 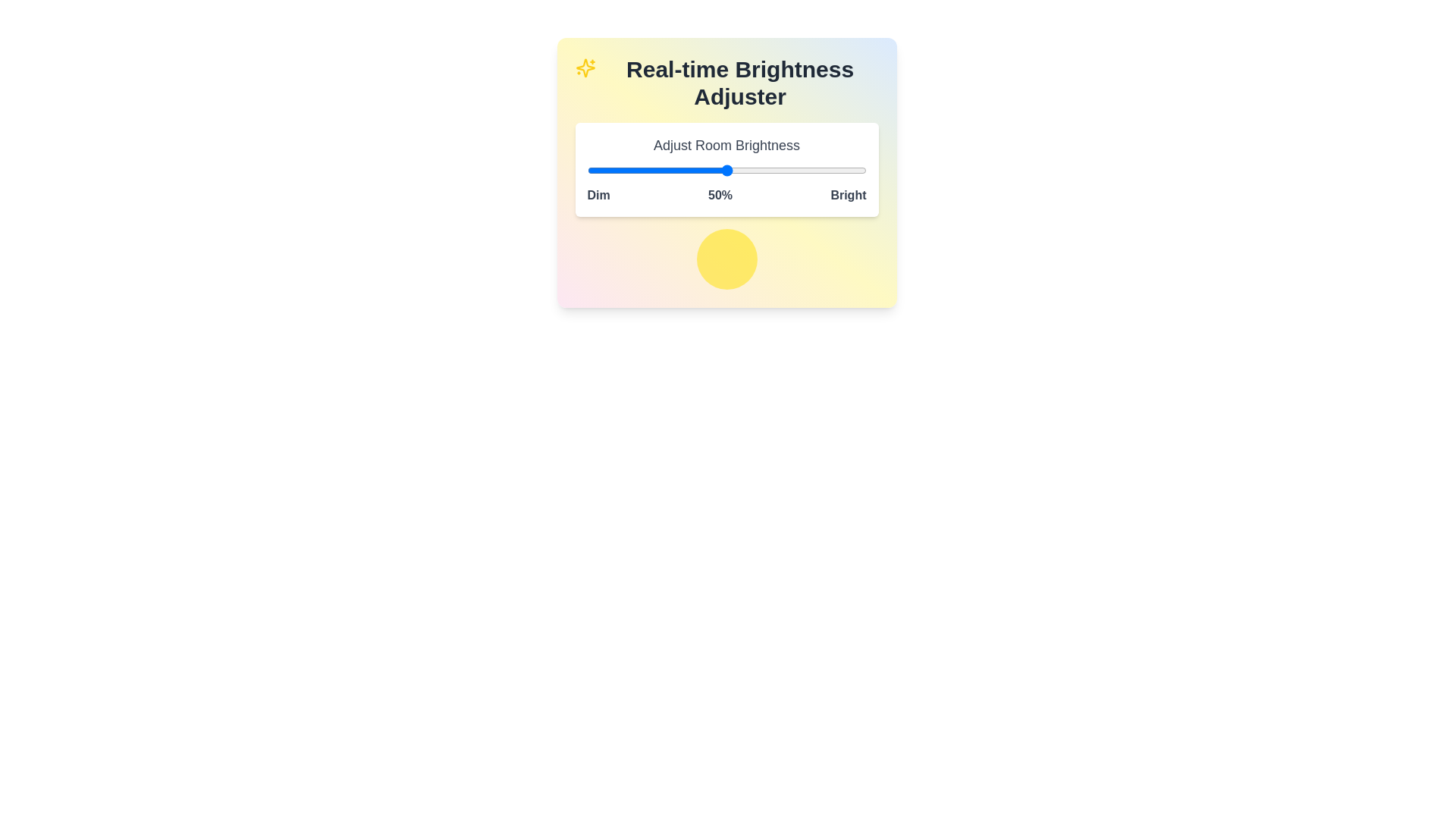 What do you see at coordinates (720, 170) in the screenshot?
I see `the brightness slider to set the brightness level to 48%` at bounding box center [720, 170].